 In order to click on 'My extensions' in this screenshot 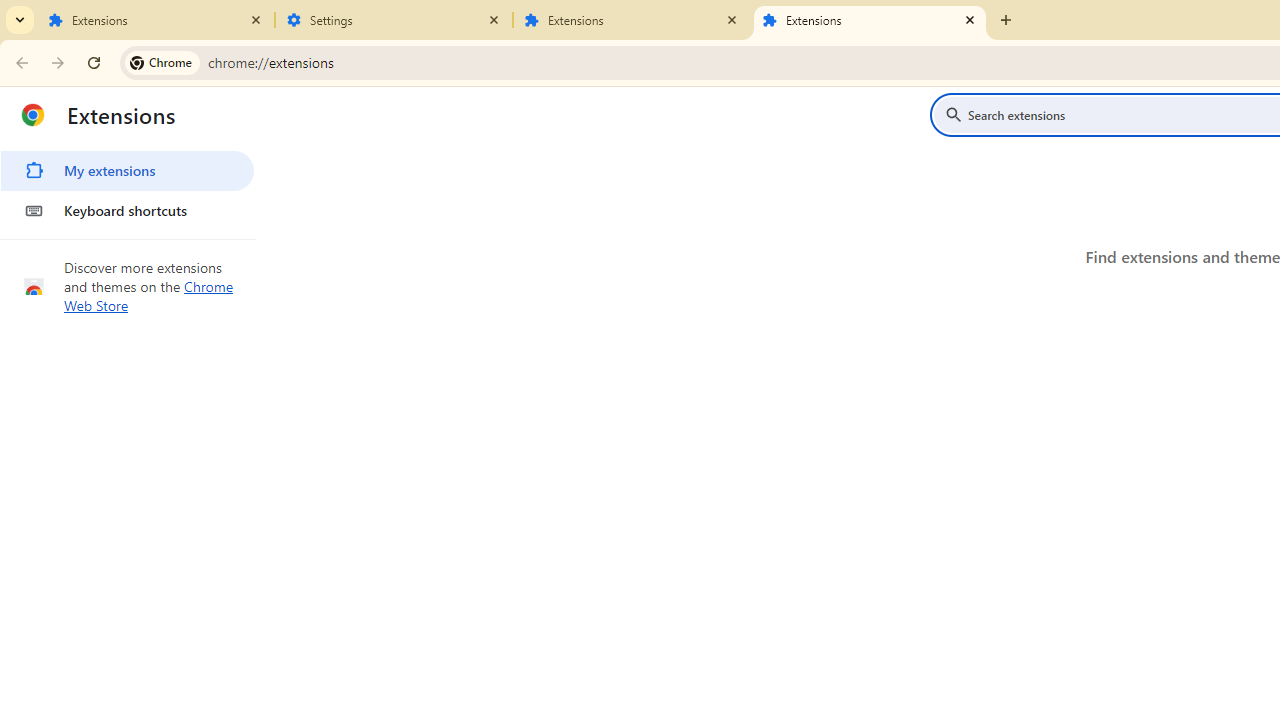, I will do `click(126, 170)`.